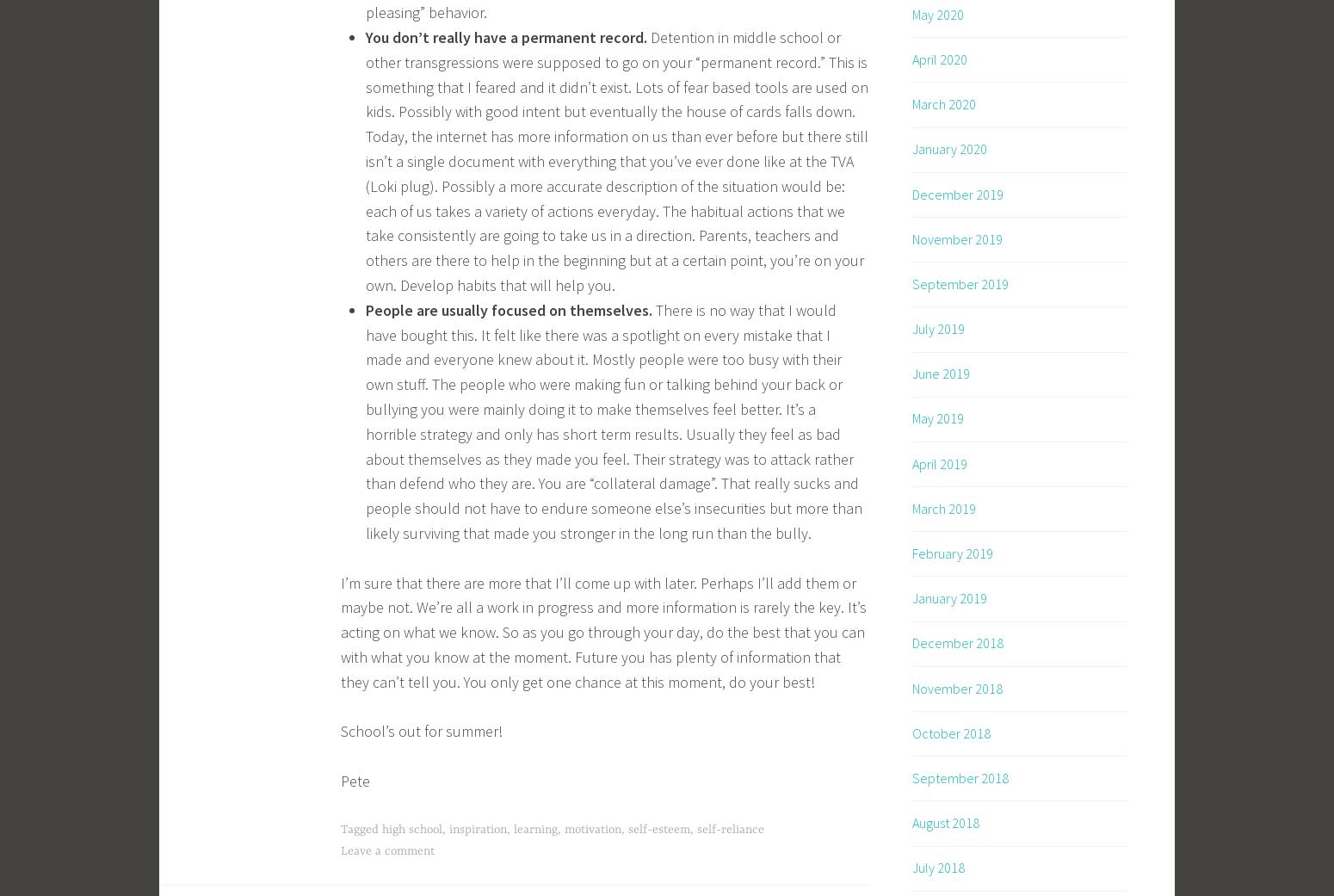 The width and height of the screenshot is (1334, 896). I want to click on 'May 2020', so click(936, 13).